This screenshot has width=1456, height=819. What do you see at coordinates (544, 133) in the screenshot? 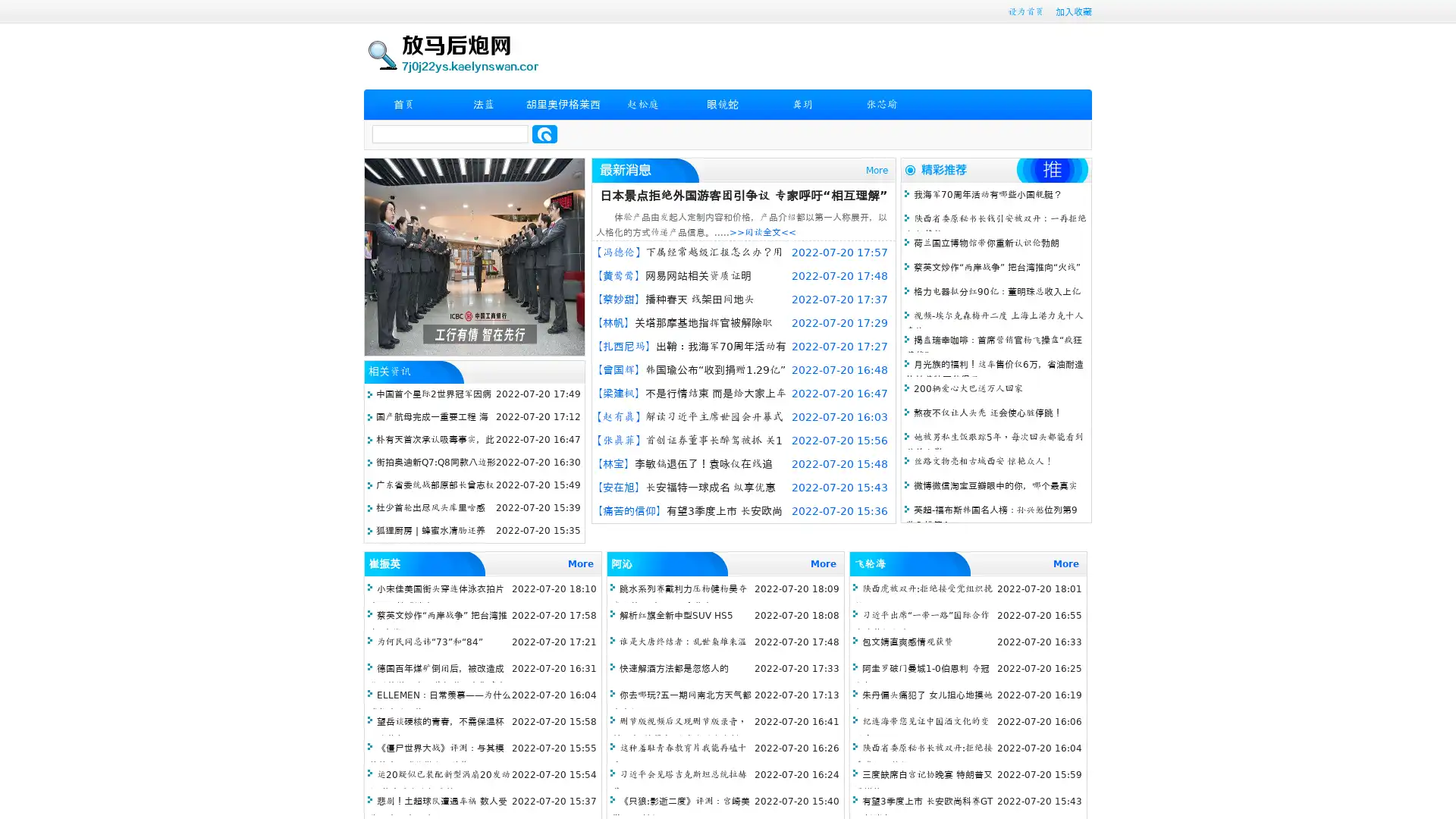
I see `Search` at bounding box center [544, 133].